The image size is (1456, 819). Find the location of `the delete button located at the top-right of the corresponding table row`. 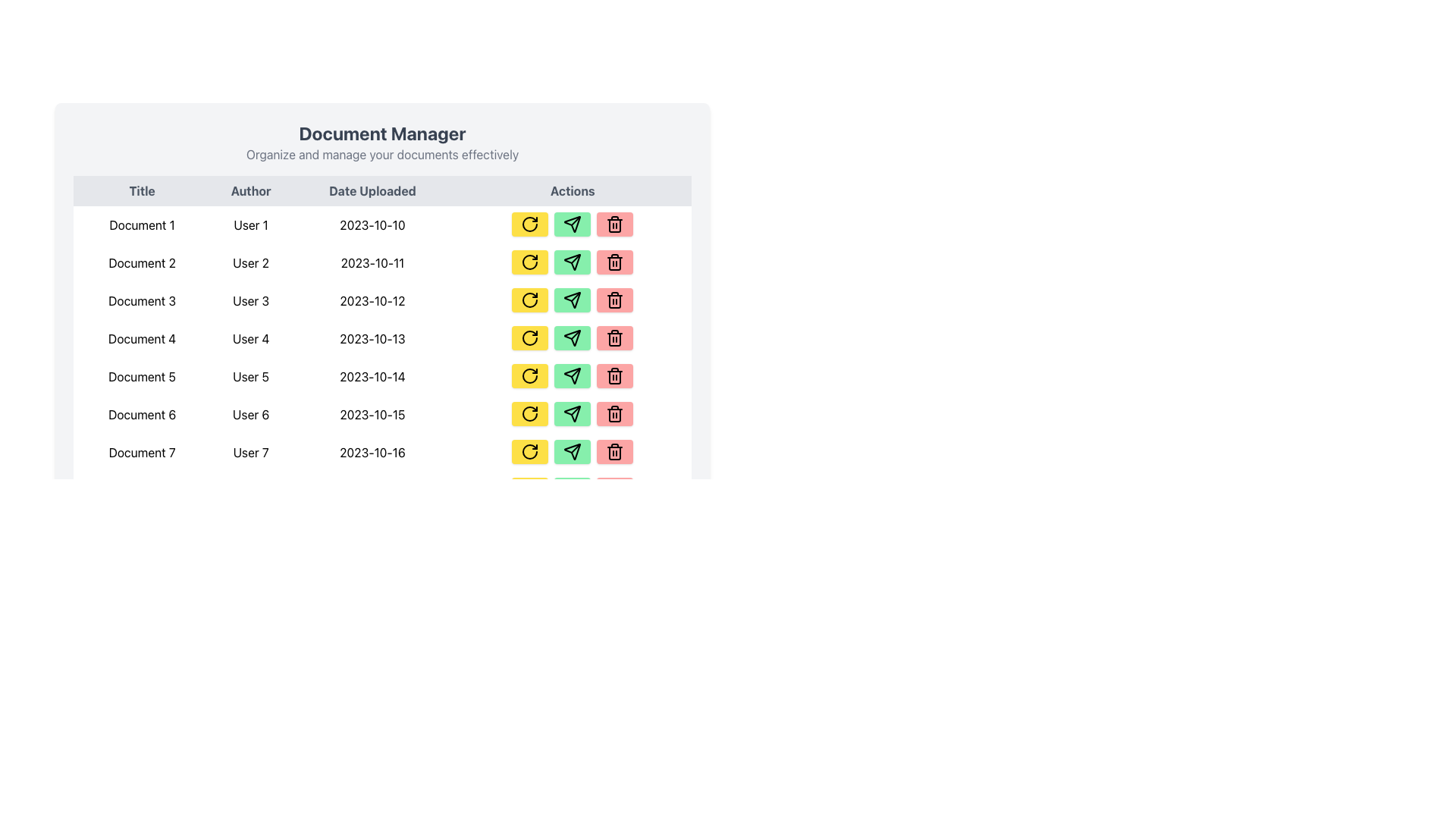

the delete button located at the top-right of the corresponding table row is located at coordinates (615, 300).